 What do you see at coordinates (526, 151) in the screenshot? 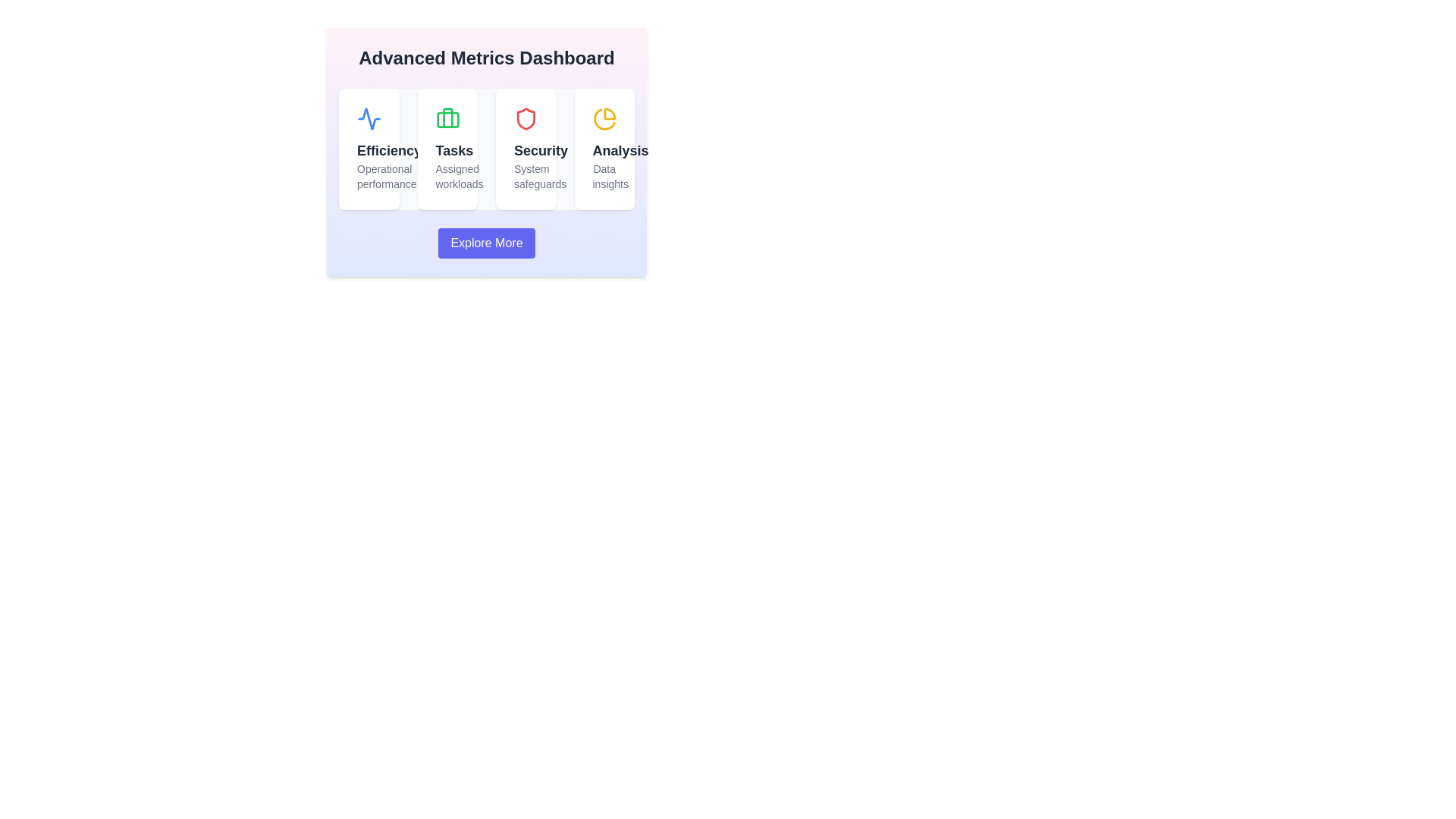
I see `the 'Security' text label that represents the system safeguards feature, positioned centrally below the red shield icon and above the subtitle 'System safeguards'` at bounding box center [526, 151].